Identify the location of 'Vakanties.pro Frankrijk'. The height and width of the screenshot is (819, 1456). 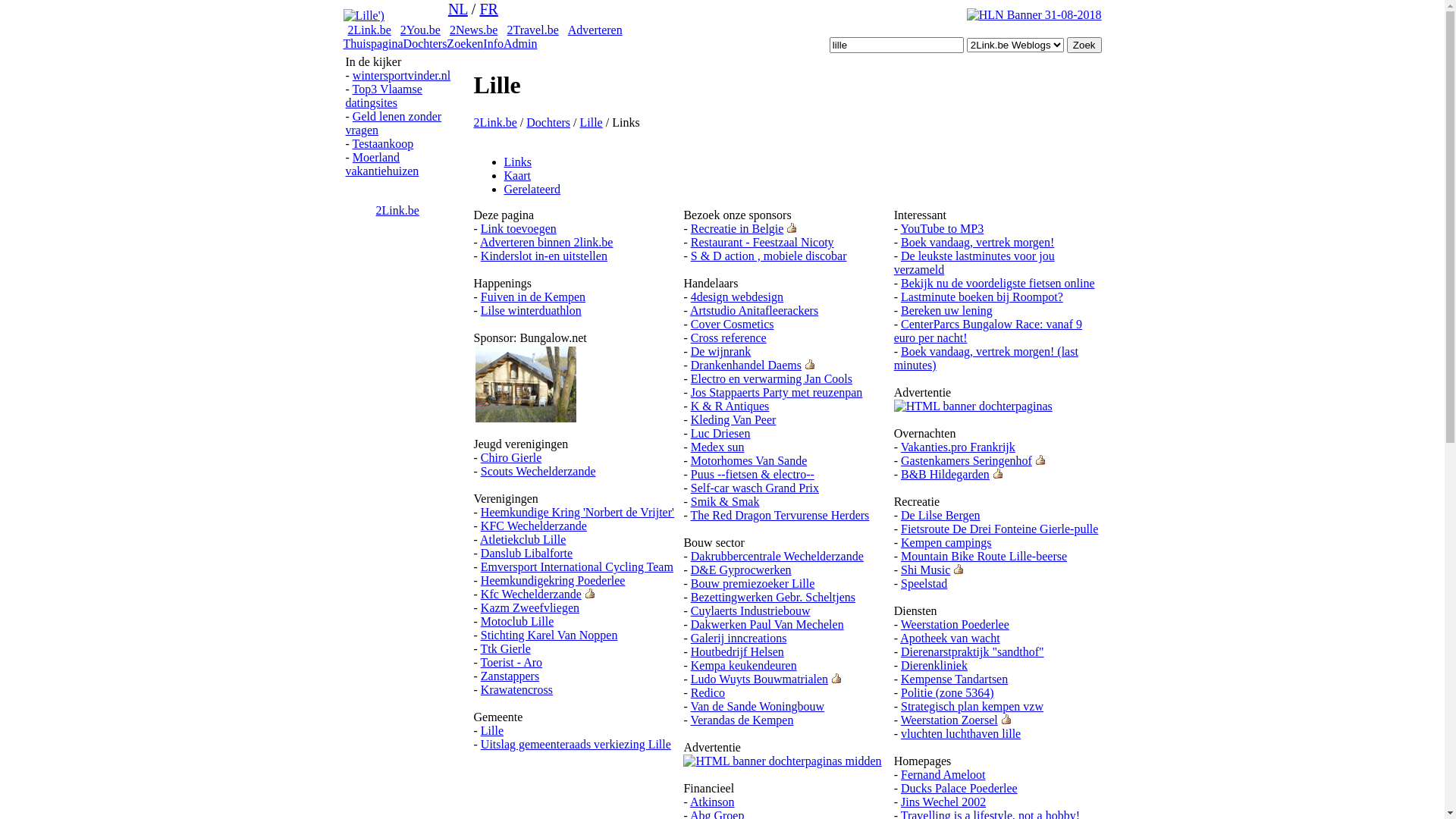
(957, 446).